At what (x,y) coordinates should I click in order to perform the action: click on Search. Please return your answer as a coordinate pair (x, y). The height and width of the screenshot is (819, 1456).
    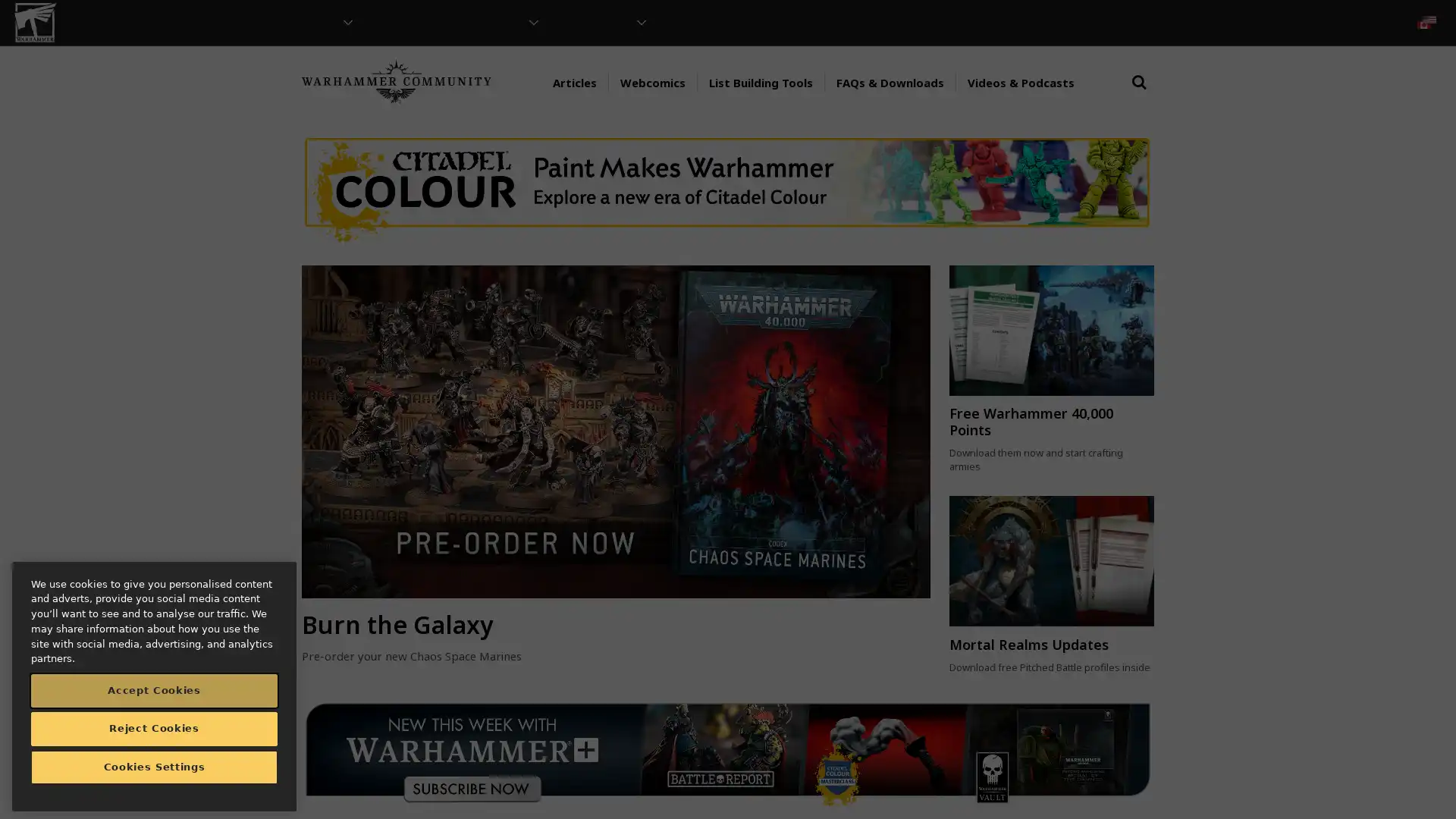
    Looking at the image, I should click on (1139, 96).